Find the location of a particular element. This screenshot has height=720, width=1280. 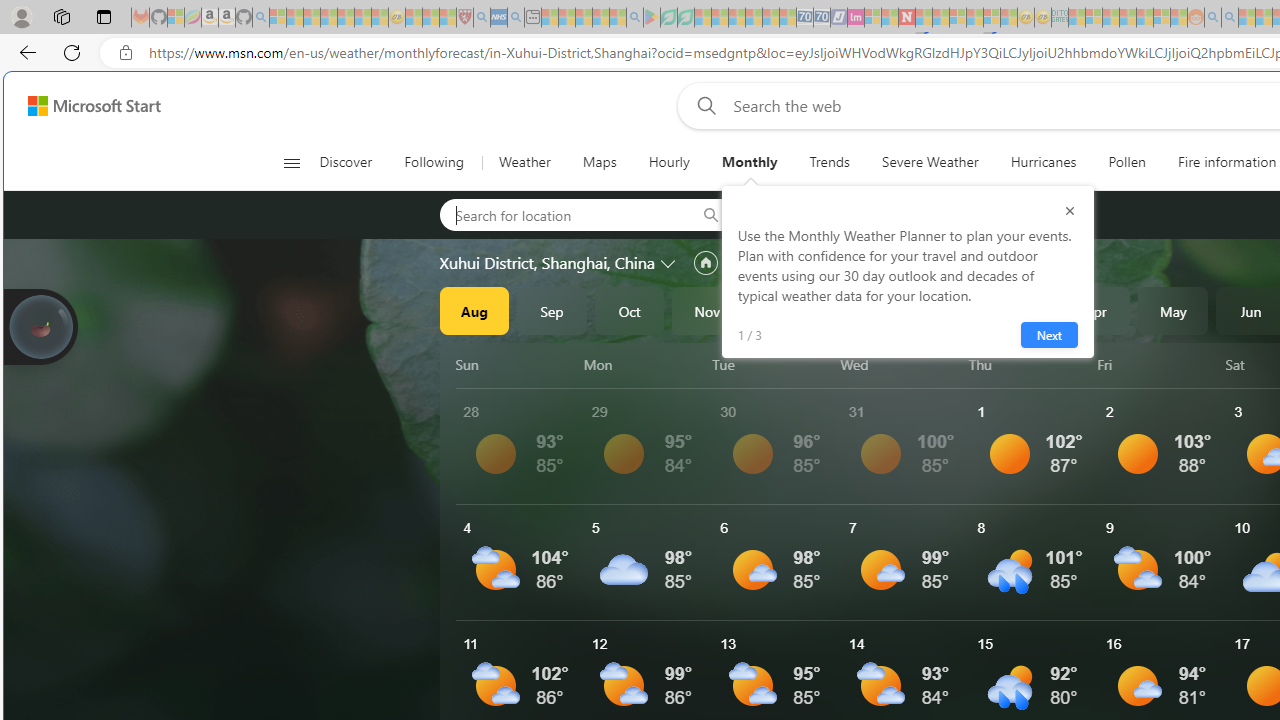

'Join us in planting real trees to help our planet!' is located at coordinates (40, 324).